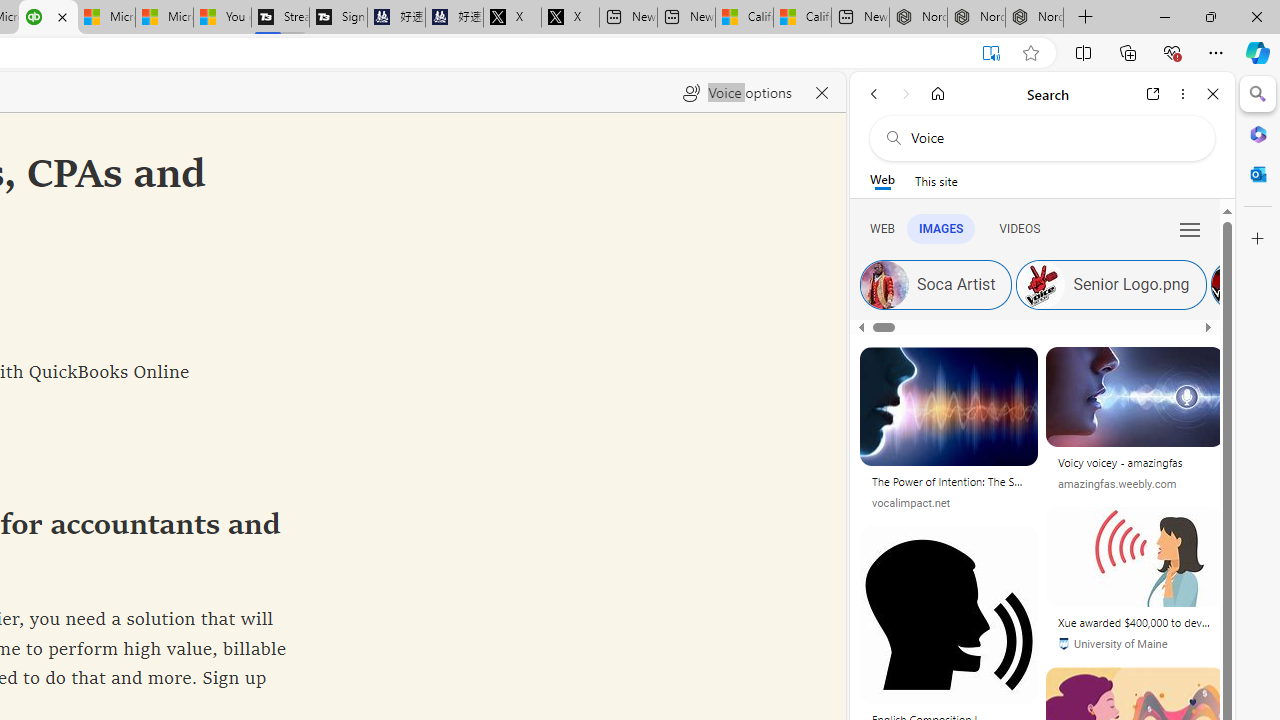 The width and height of the screenshot is (1280, 720). What do you see at coordinates (821, 92) in the screenshot?
I see `'Close read aloud'` at bounding box center [821, 92].